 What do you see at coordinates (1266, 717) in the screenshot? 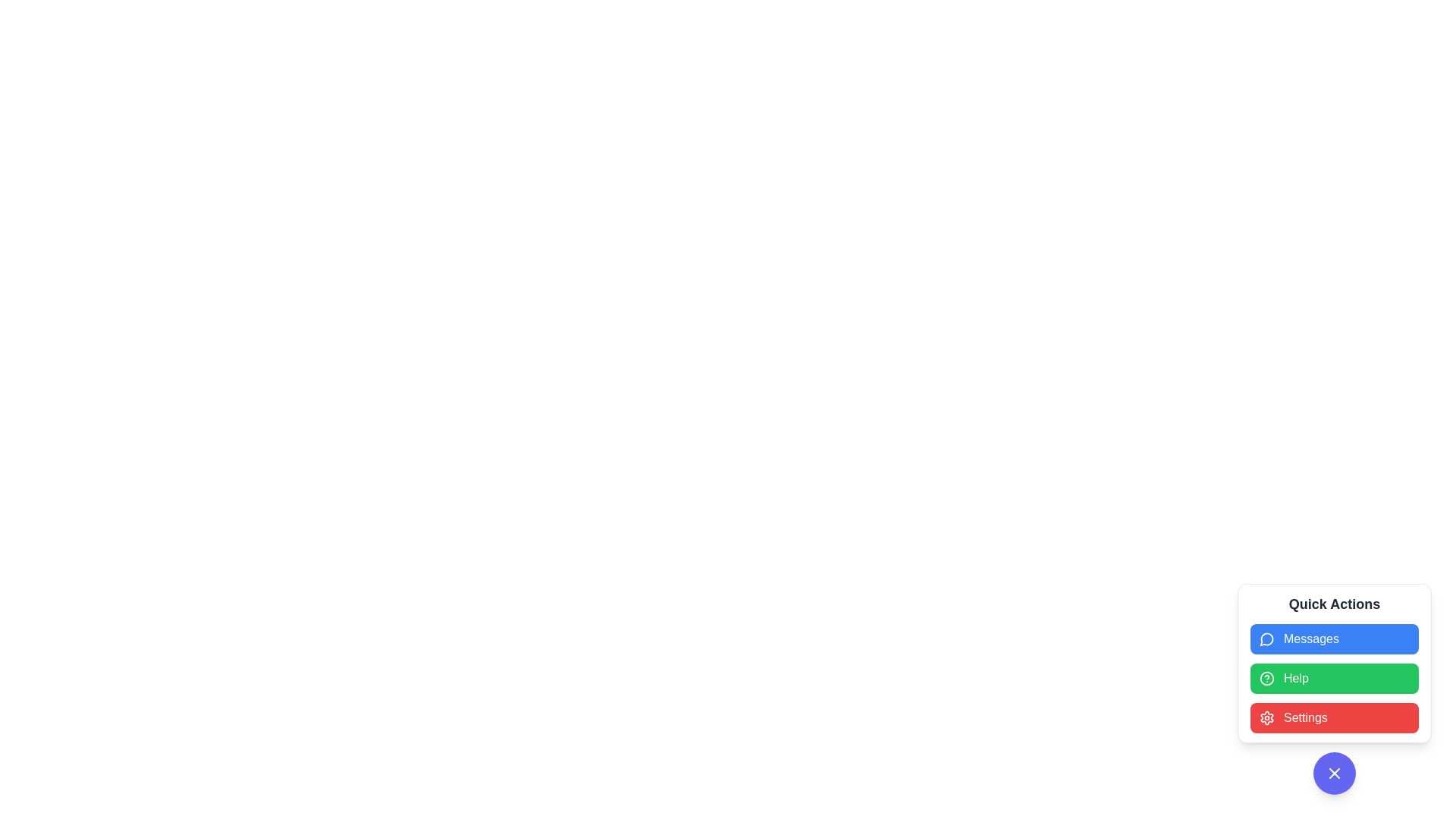
I see `the gear icon associated with the 'Settings' button in the 'Quick Actions' pop-up, which is positioned on the left side of the red background button labeled 'Settings'` at bounding box center [1266, 717].